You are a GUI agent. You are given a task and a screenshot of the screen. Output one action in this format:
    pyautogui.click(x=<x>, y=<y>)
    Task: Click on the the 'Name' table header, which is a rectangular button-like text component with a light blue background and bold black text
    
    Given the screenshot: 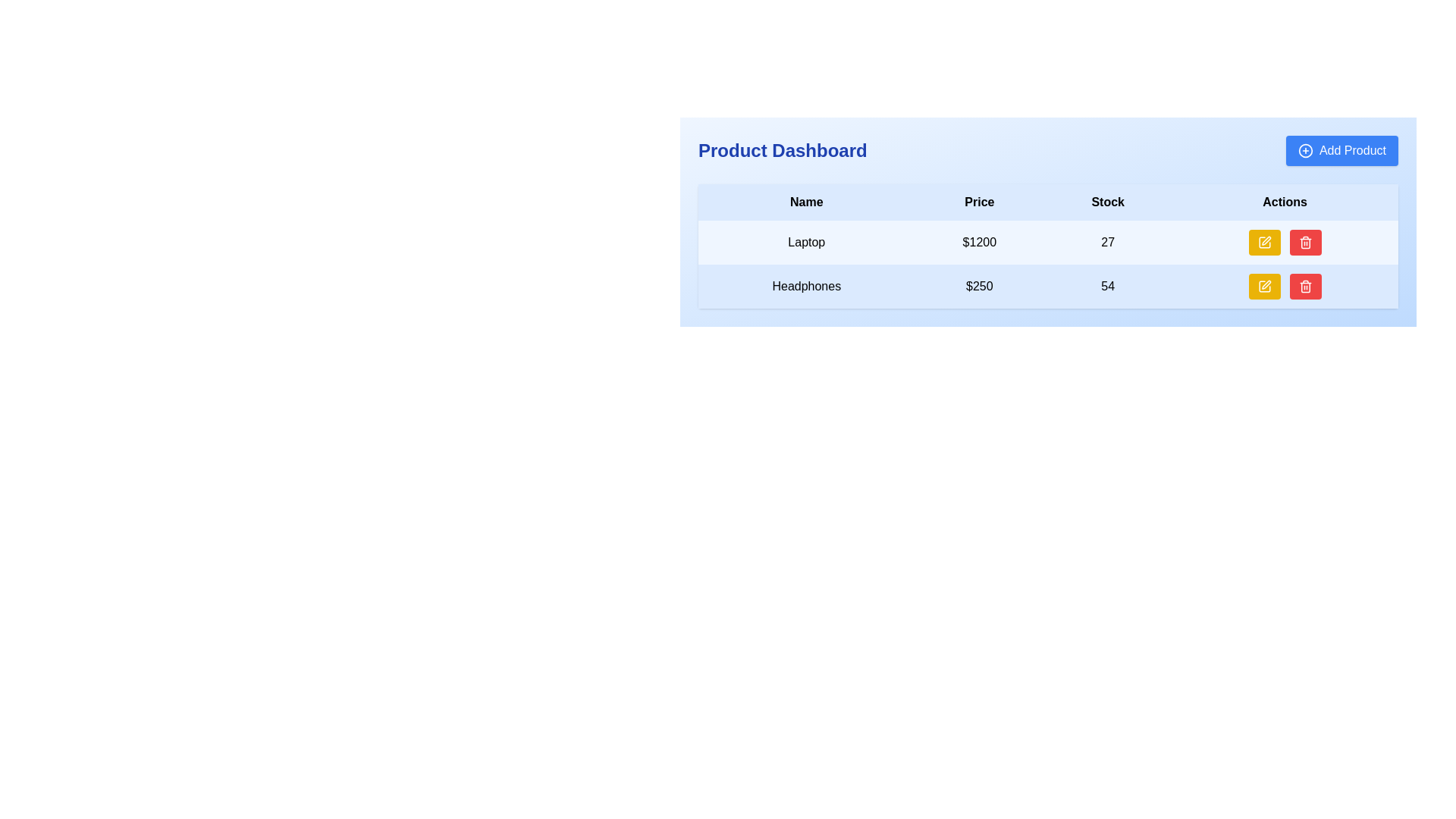 What is the action you would take?
    pyautogui.click(x=805, y=201)
    